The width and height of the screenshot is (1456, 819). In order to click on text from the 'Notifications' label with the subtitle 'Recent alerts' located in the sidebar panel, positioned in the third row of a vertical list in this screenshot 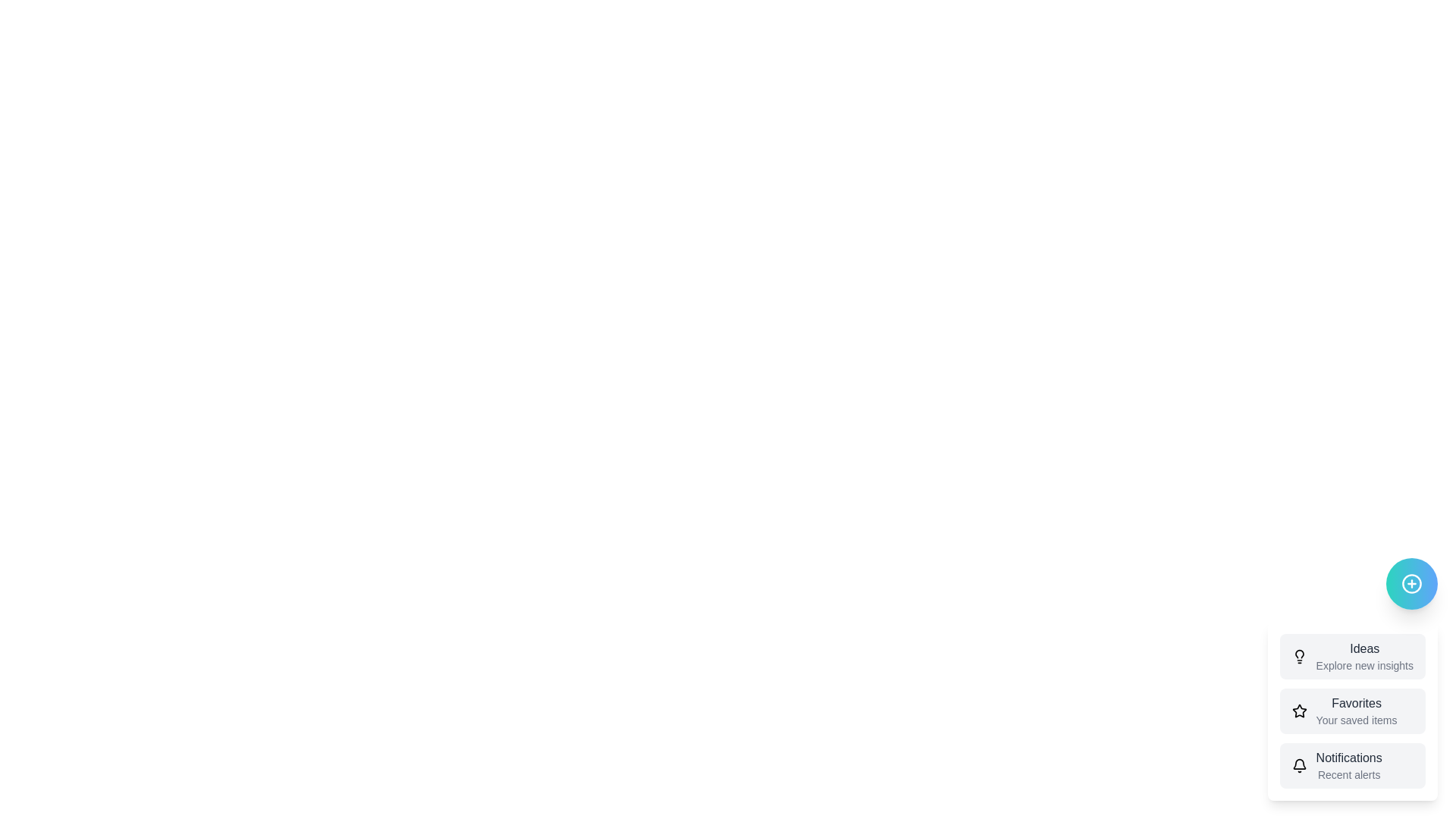, I will do `click(1349, 766)`.